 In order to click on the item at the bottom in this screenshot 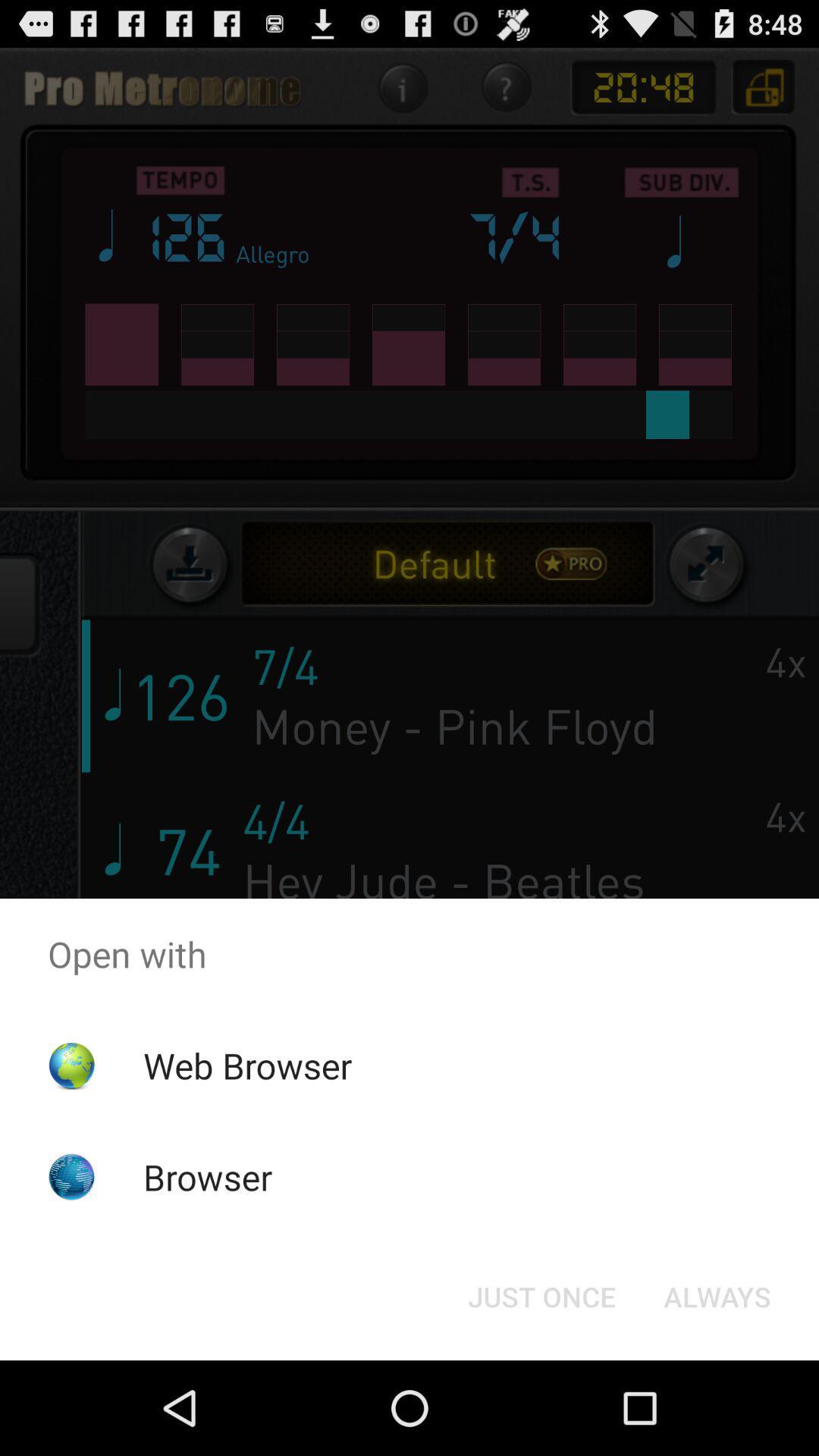, I will do `click(541, 1295)`.